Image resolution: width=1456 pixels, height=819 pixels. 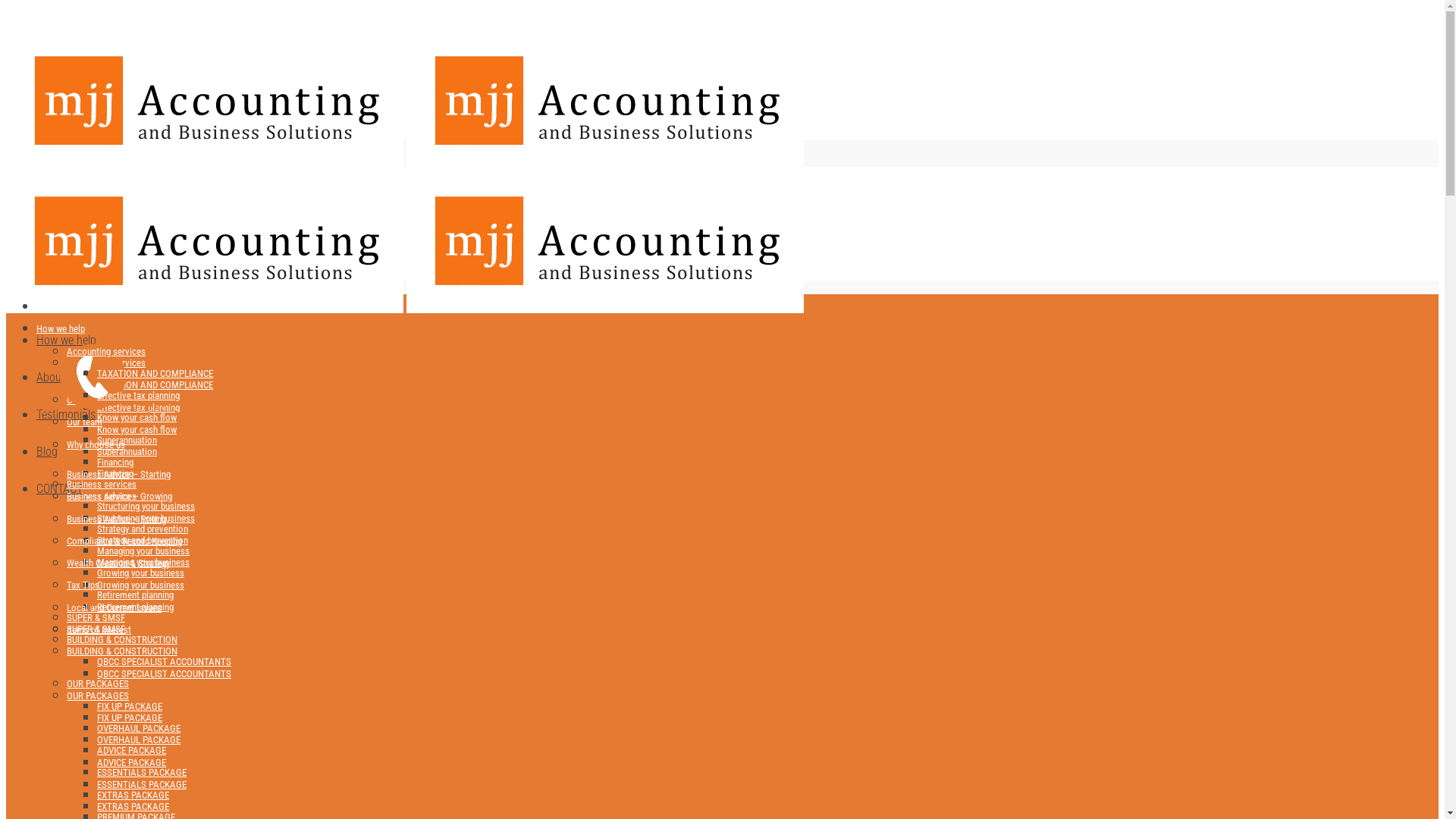 I want to click on 'OVERHAUL PACKAGE', so click(x=138, y=739).